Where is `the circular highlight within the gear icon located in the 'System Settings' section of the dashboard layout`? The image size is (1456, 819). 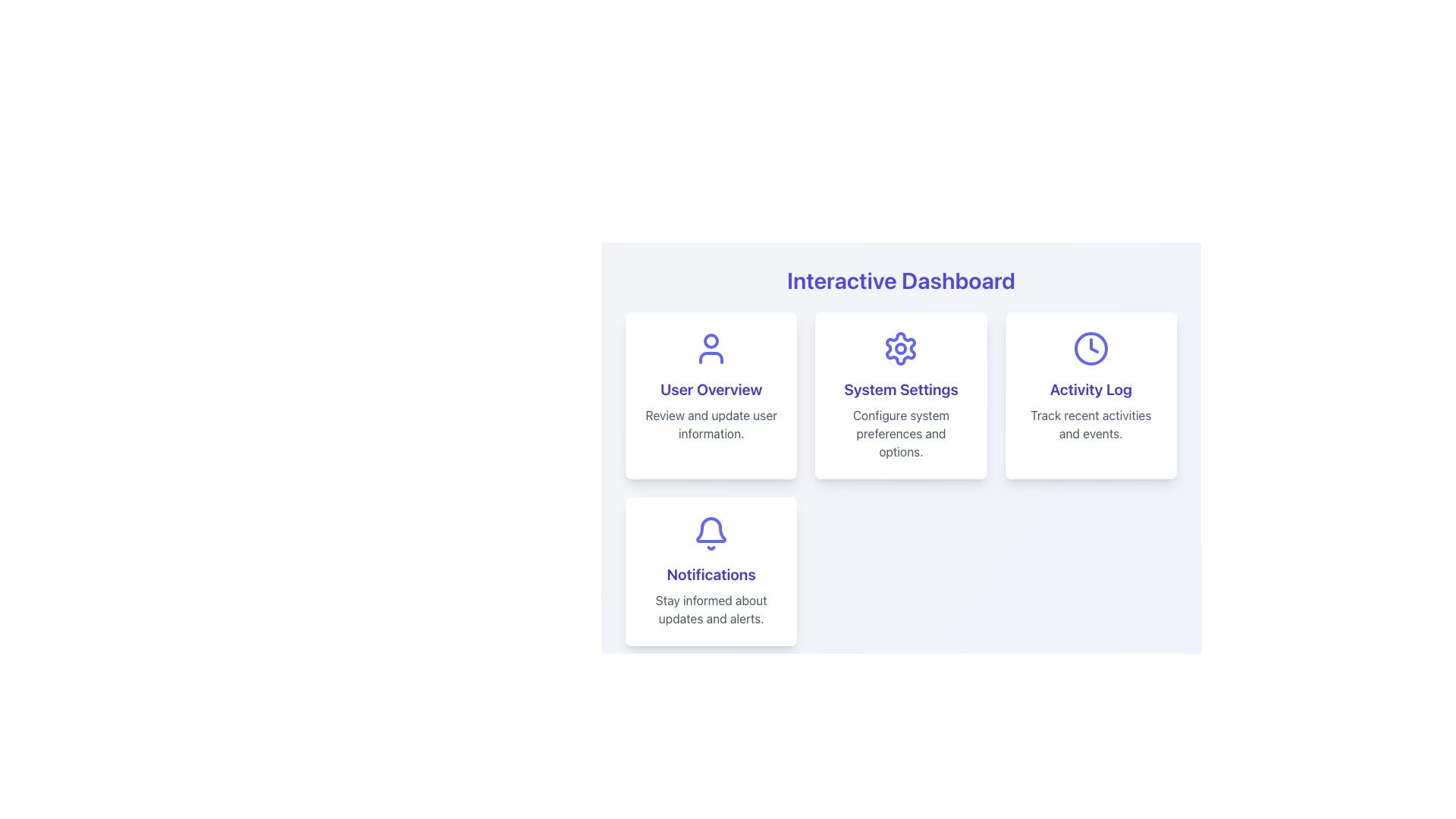
the circular highlight within the gear icon located in the 'System Settings' section of the dashboard layout is located at coordinates (901, 348).